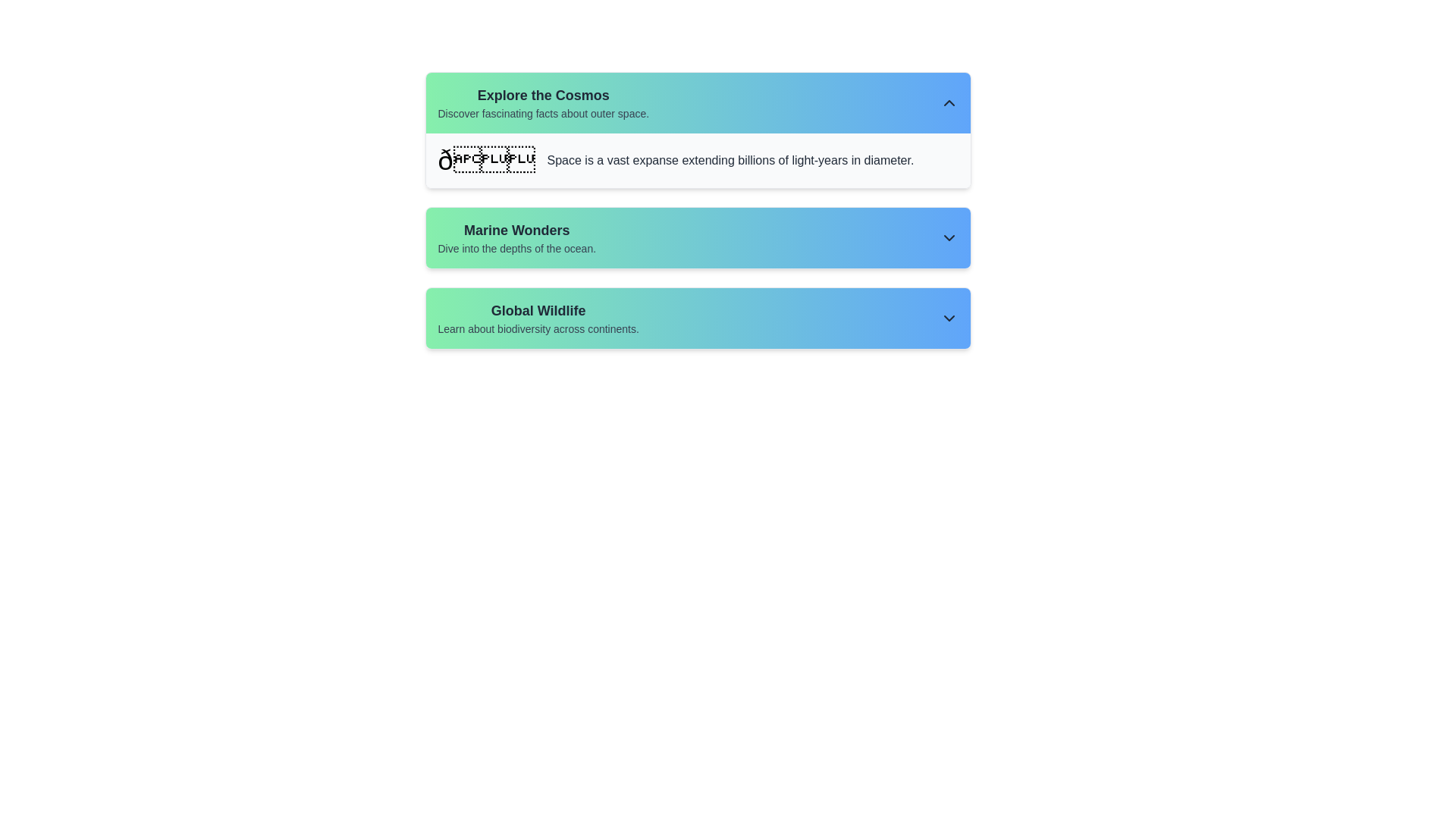 The height and width of the screenshot is (819, 1456). Describe the element at coordinates (543, 96) in the screenshot. I see `the bold text element that says 'Explore the Cosmos', which is prominently displayed at the top-left section of its card component` at that location.